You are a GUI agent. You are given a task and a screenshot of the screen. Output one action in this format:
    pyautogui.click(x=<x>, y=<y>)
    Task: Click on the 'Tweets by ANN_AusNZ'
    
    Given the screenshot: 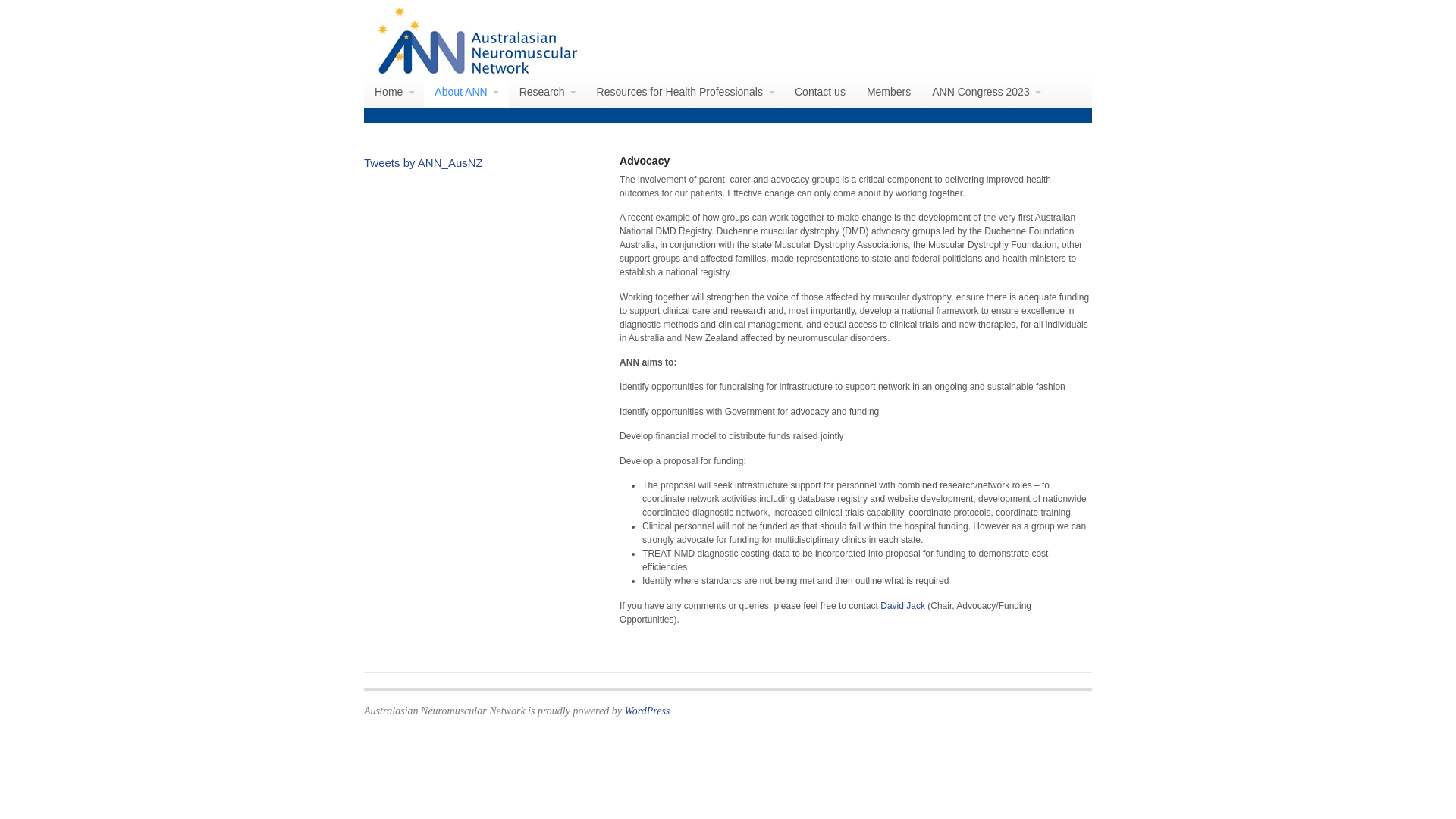 What is the action you would take?
    pyautogui.click(x=364, y=162)
    